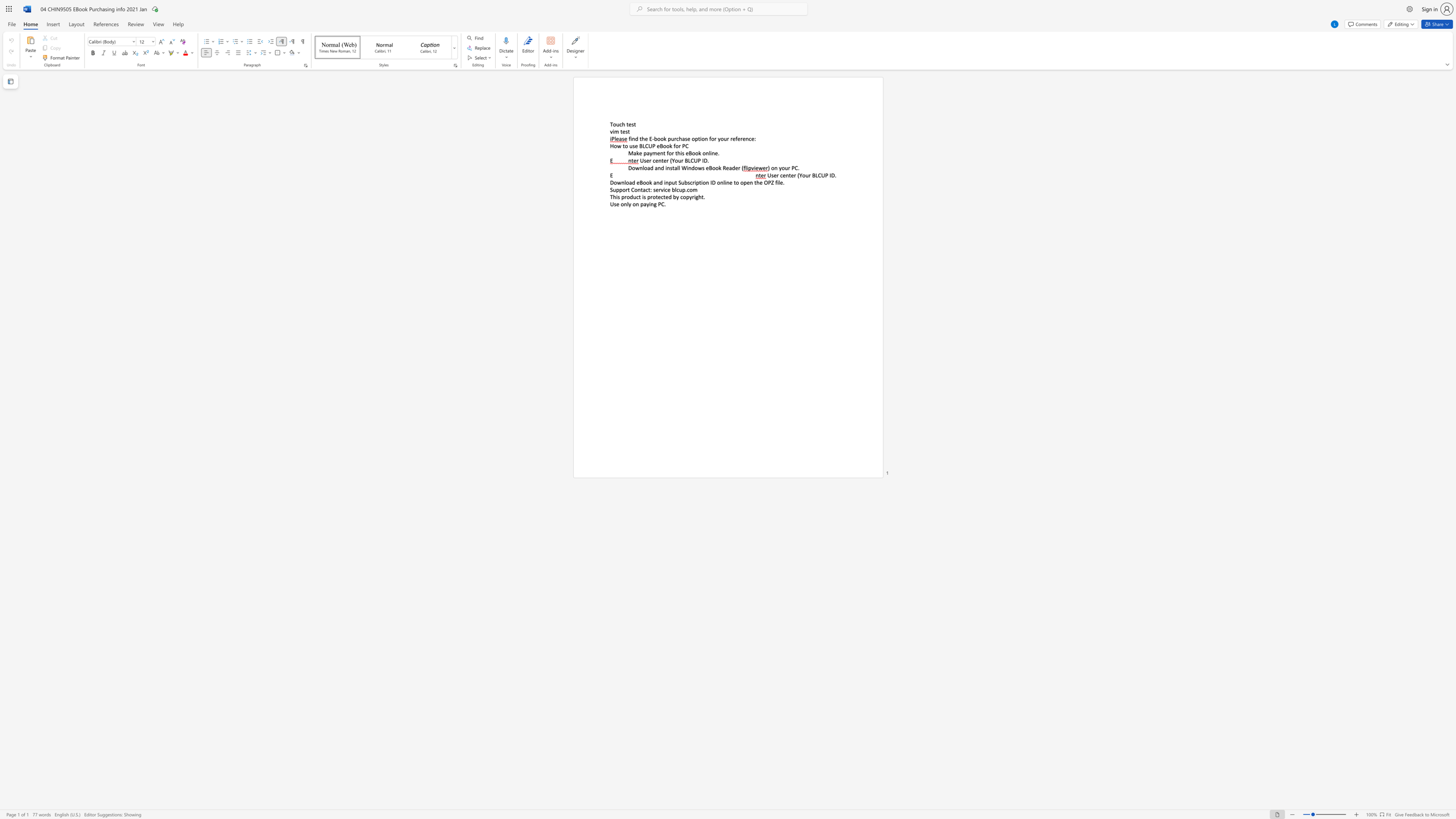 The height and width of the screenshot is (819, 1456). Describe the element at coordinates (671, 138) in the screenshot. I see `the subset text "ur" within the text "find the E-book purchase"` at that location.